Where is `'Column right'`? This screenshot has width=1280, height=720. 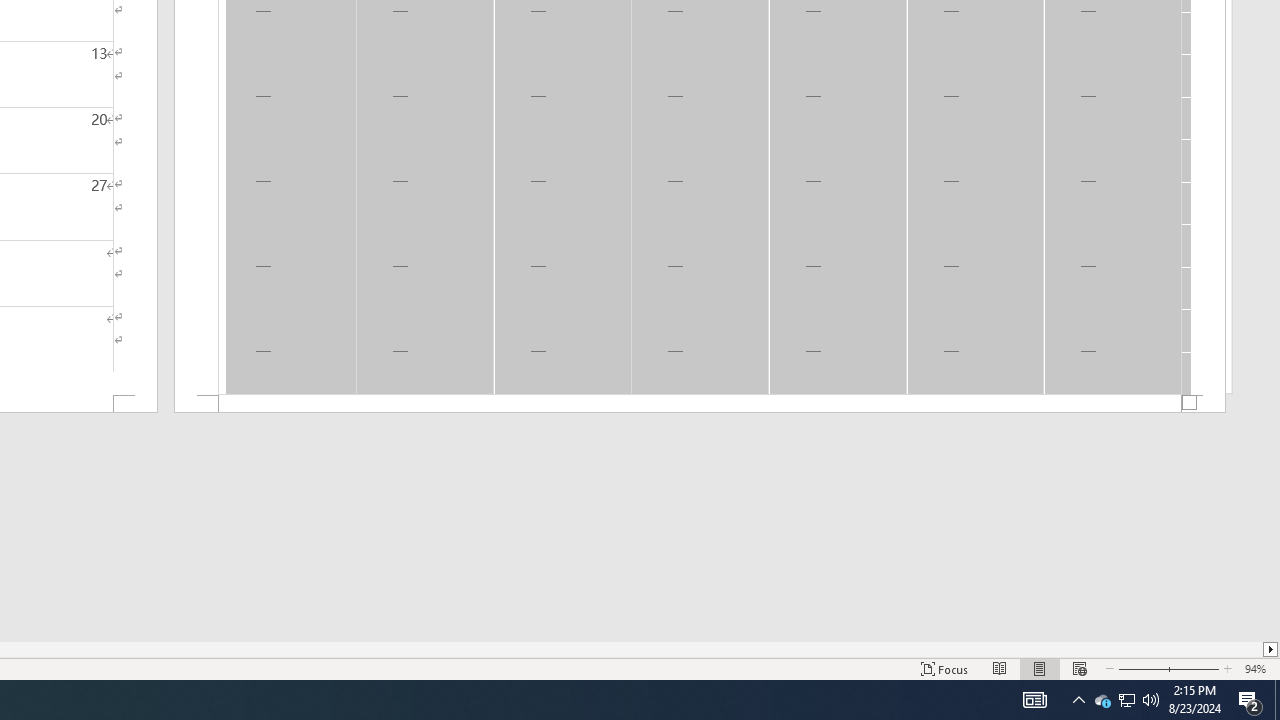 'Column right' is located at coordinates (1270, 649).